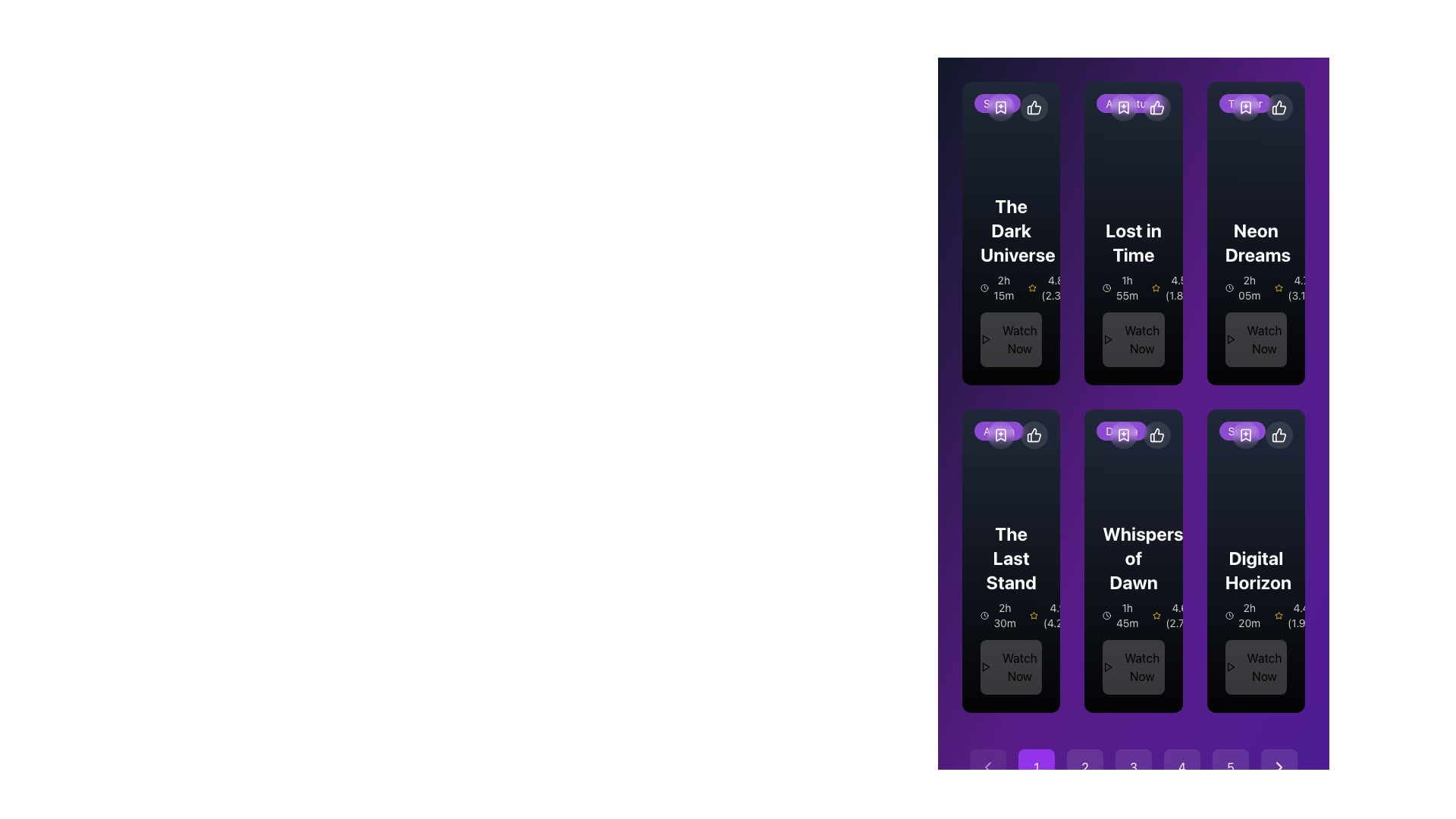 The height and width of the screenshot is (819, 1456). Describe the element at coordinates (1242, 430) in the screenshot. I see `the rounded capsule-shaped badge with a semi-opaque purple background and white text that reads 'Sci-Fi', located at the top-left corner of the 'Digital Horizon' card` at that location.